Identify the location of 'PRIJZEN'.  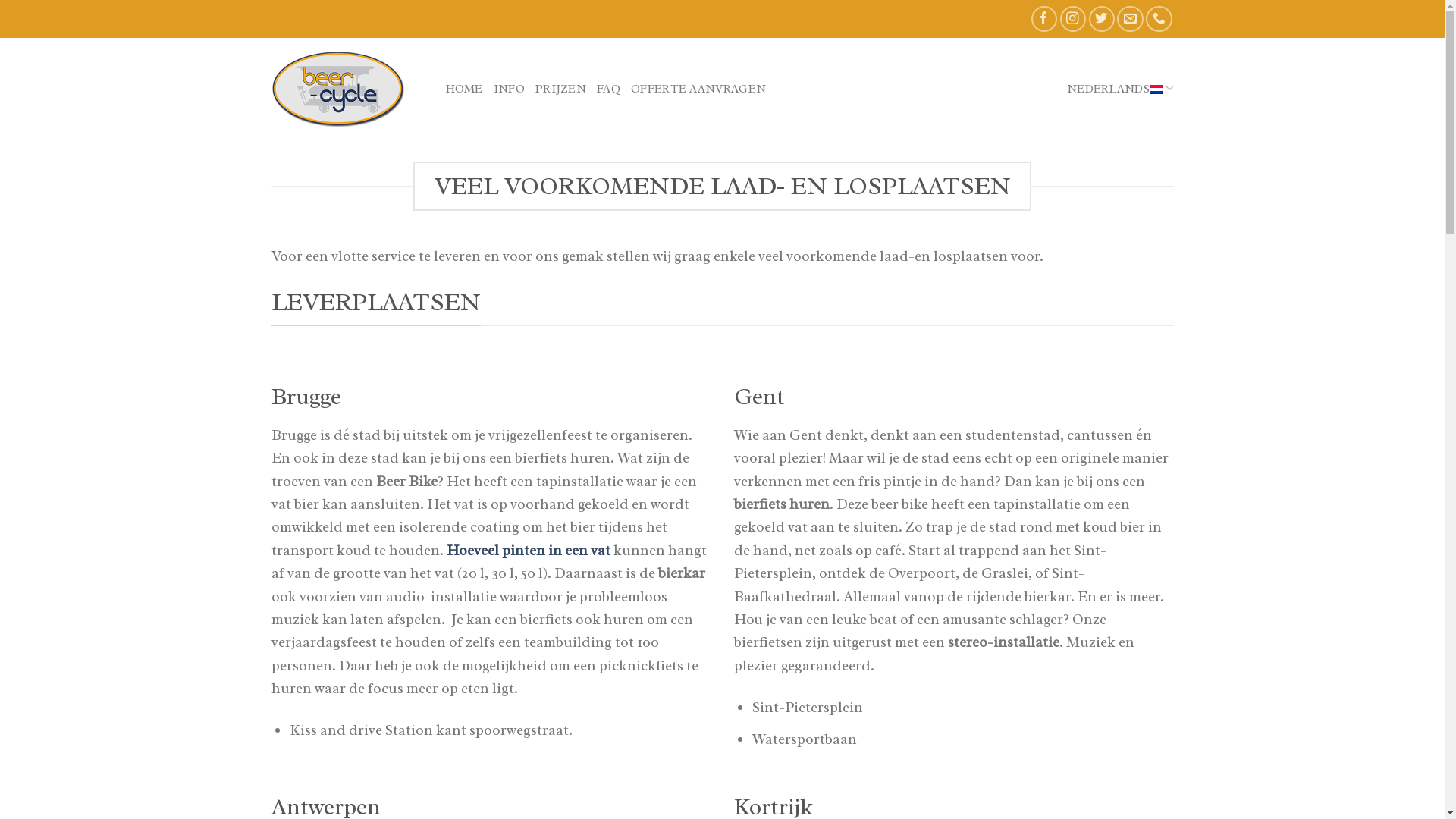
(560, 87).